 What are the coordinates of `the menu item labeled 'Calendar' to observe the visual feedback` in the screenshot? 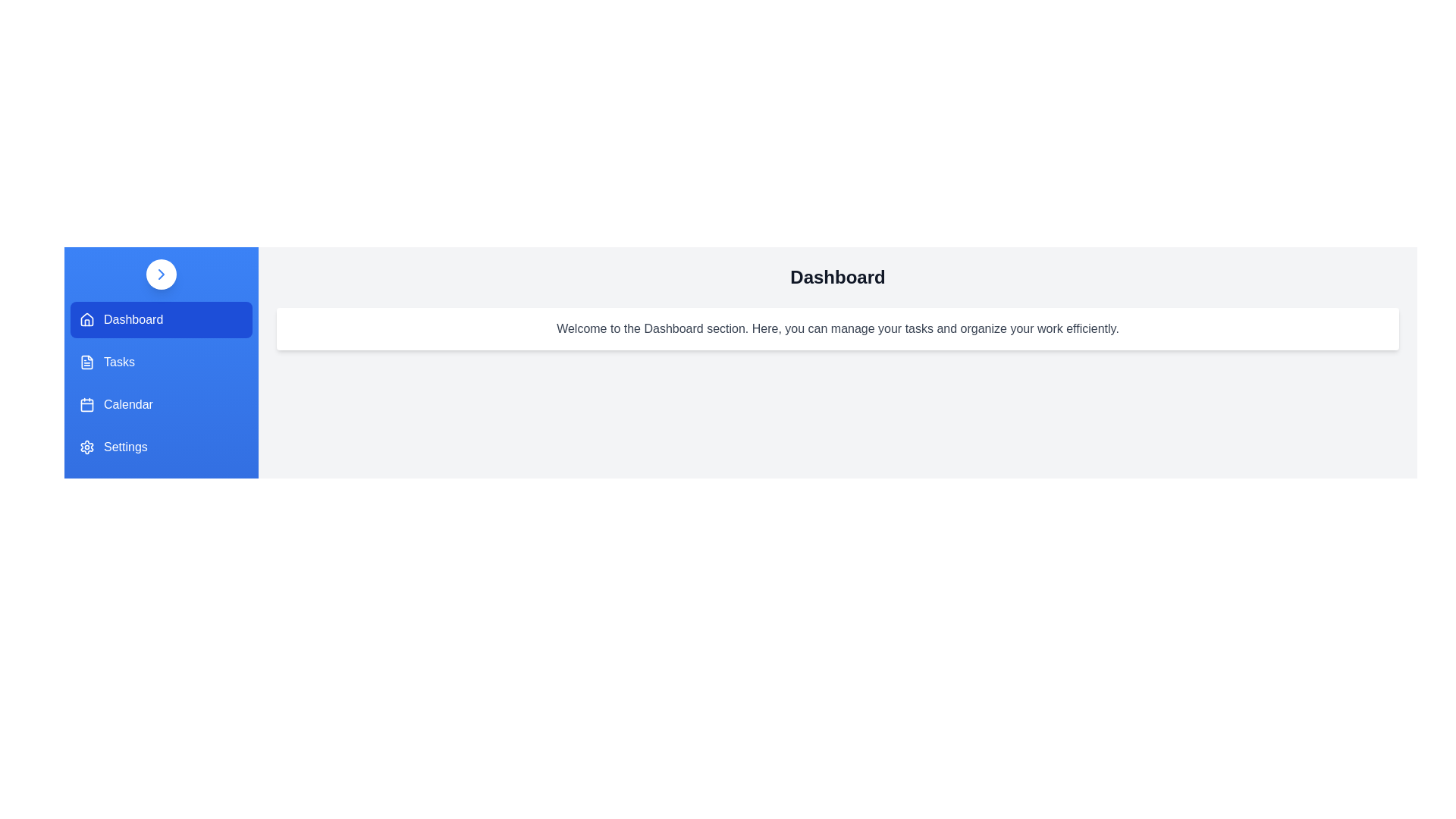 It's located at (161, 403).